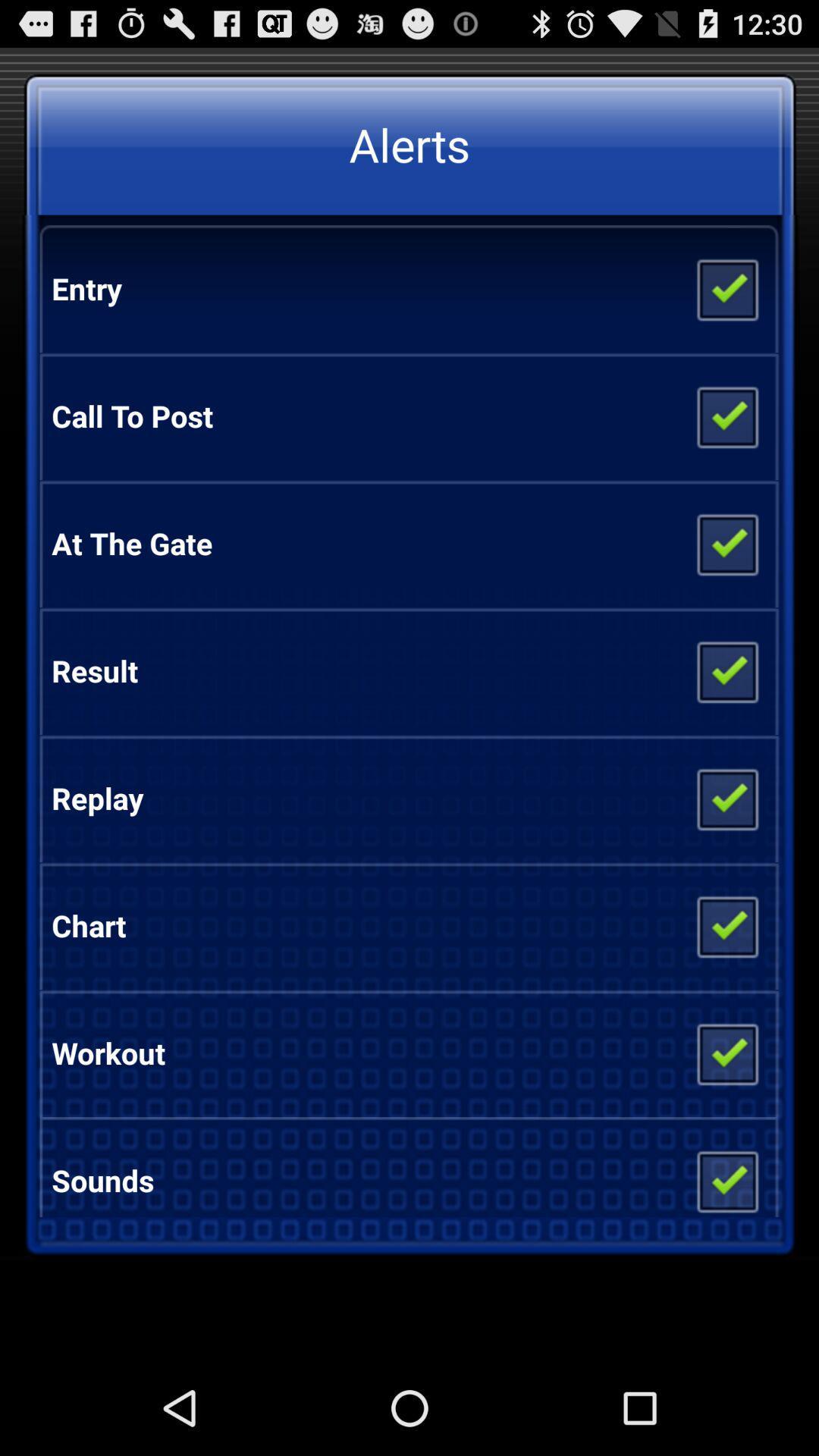 Image resolution: width=819 pixels, height=1456 pixels. Describe the element at coordinates (726, 1052) in the screenshot. I see `item next to the workout` at that location.